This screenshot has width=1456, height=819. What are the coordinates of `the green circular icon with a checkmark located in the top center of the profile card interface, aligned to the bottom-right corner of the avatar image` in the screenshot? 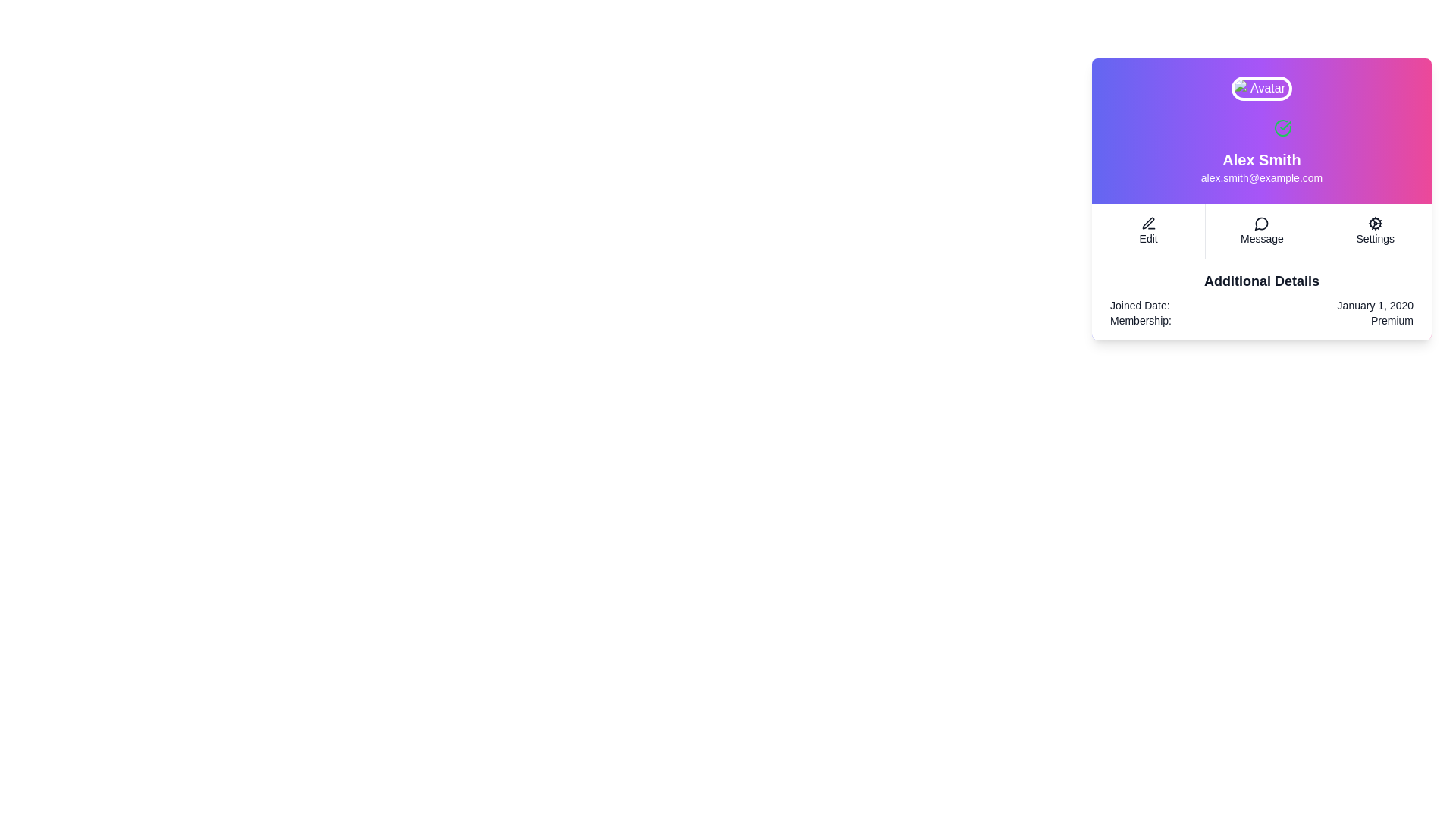 It's located at (1282, 127).